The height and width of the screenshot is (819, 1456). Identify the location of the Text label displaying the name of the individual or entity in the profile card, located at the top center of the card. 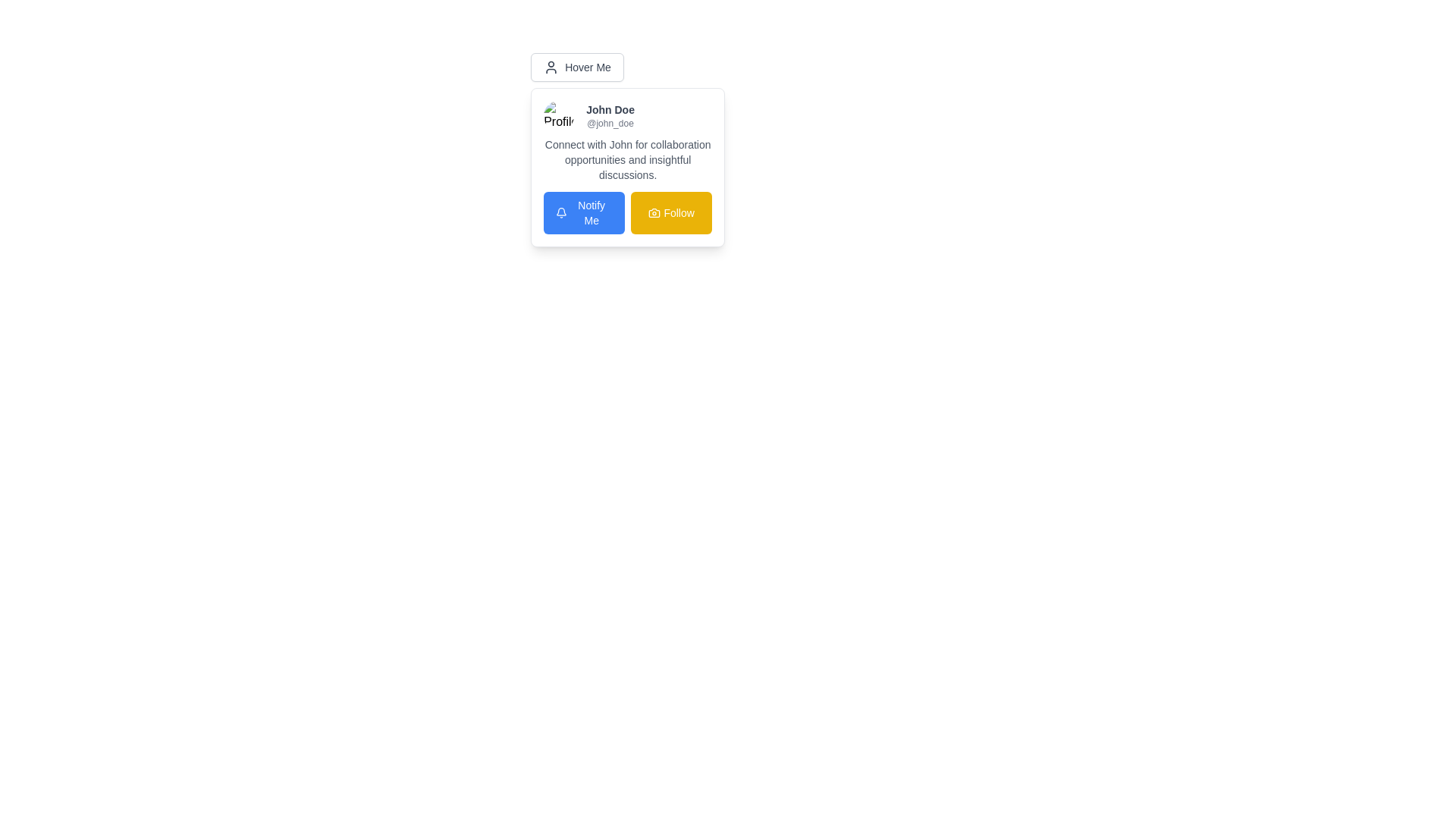
(610, 109).